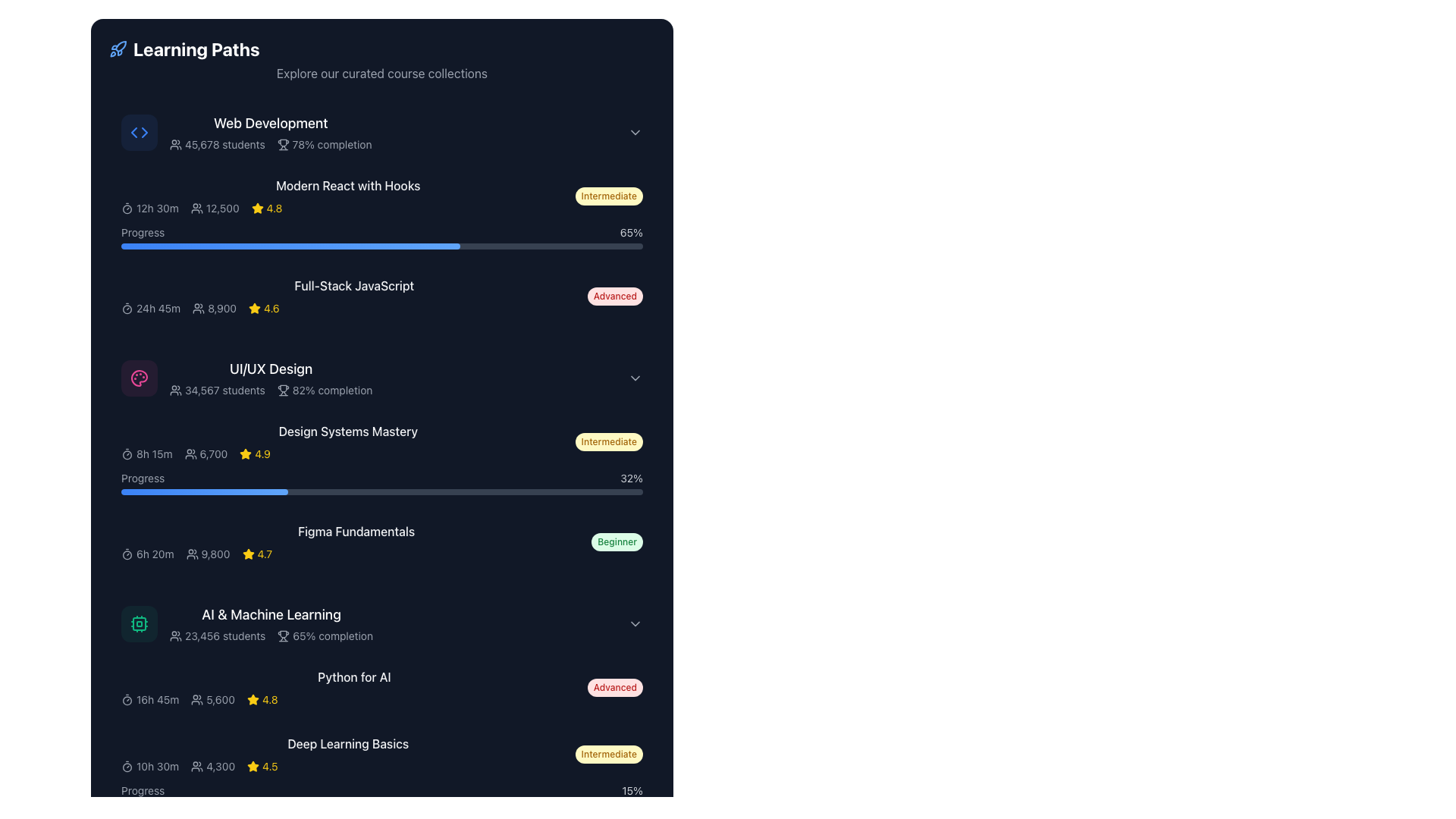 Image resolution: width=1456 pixels, height=819 pixels. Describe the element at coordinates (347, 185) in the screenshot. I see `the text label displaying 'Modern React with Hooks' which is centrally aligned beneath the 'Web Development' heading in the first course entry section` at that location.